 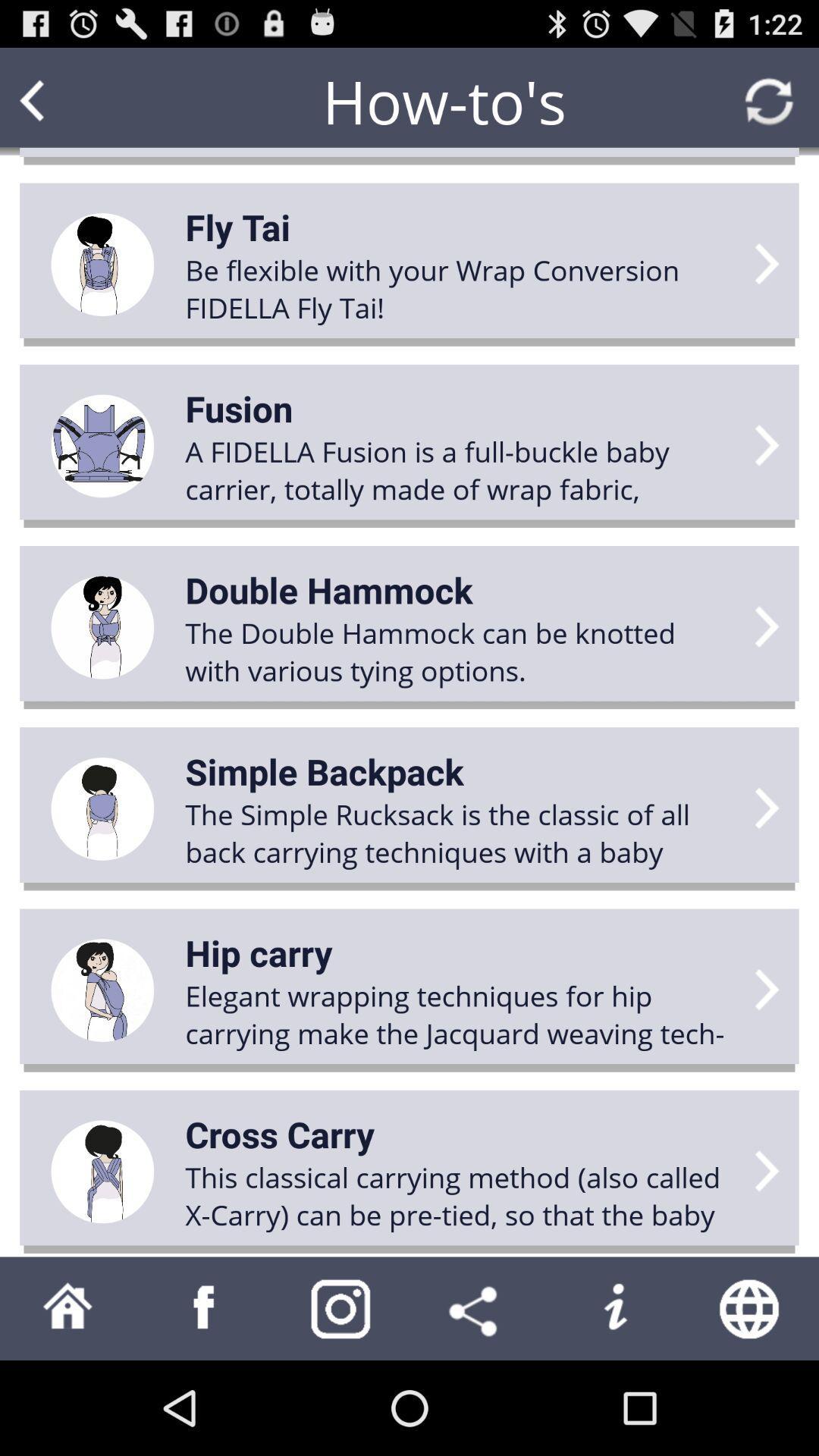 I want to click on the home icon, so click(x=67, y=1400).